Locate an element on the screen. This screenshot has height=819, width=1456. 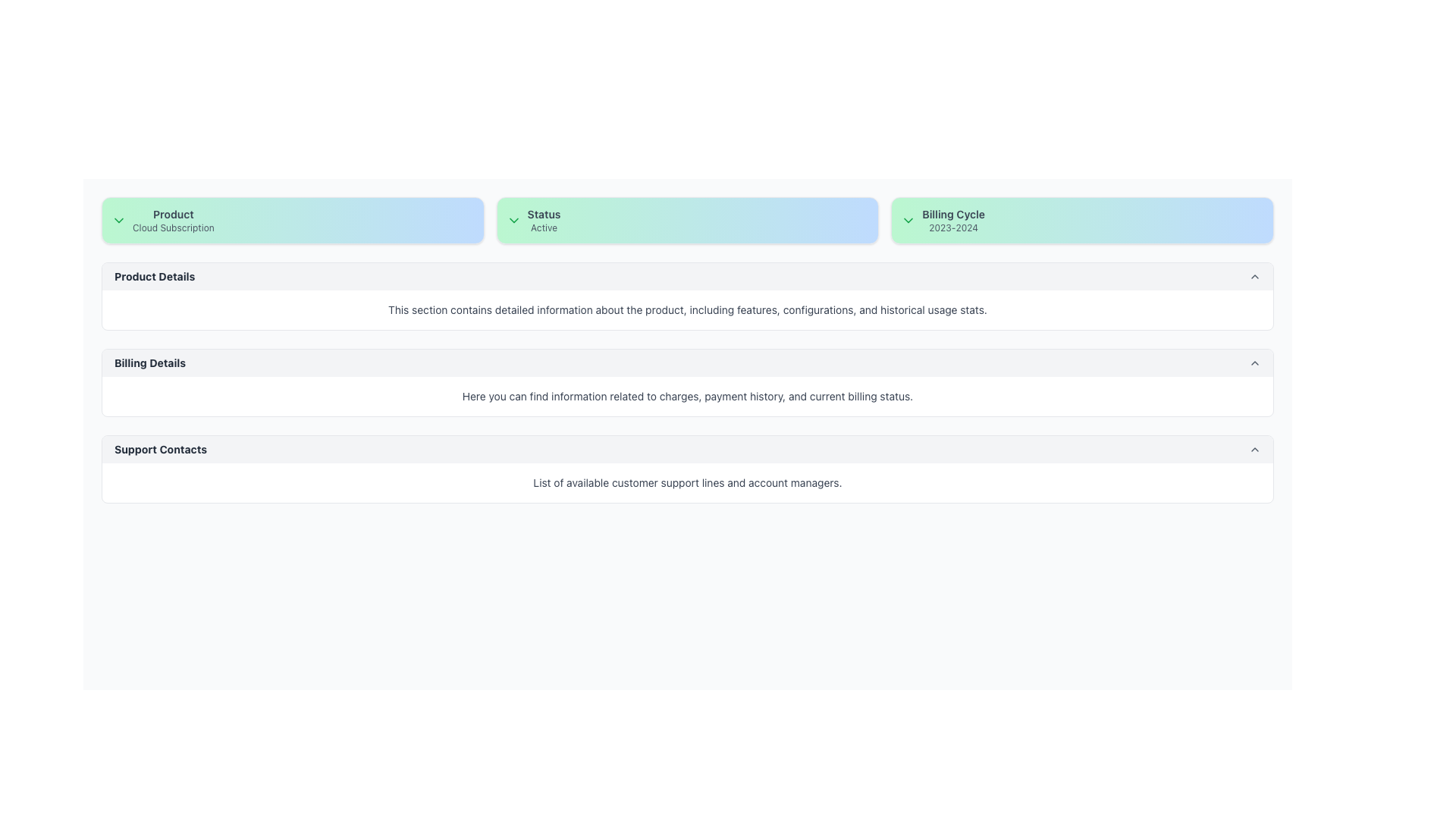
the chevron icon located at the far right side of the 'Support Contacts' section is located at coordinates (1255, 449).